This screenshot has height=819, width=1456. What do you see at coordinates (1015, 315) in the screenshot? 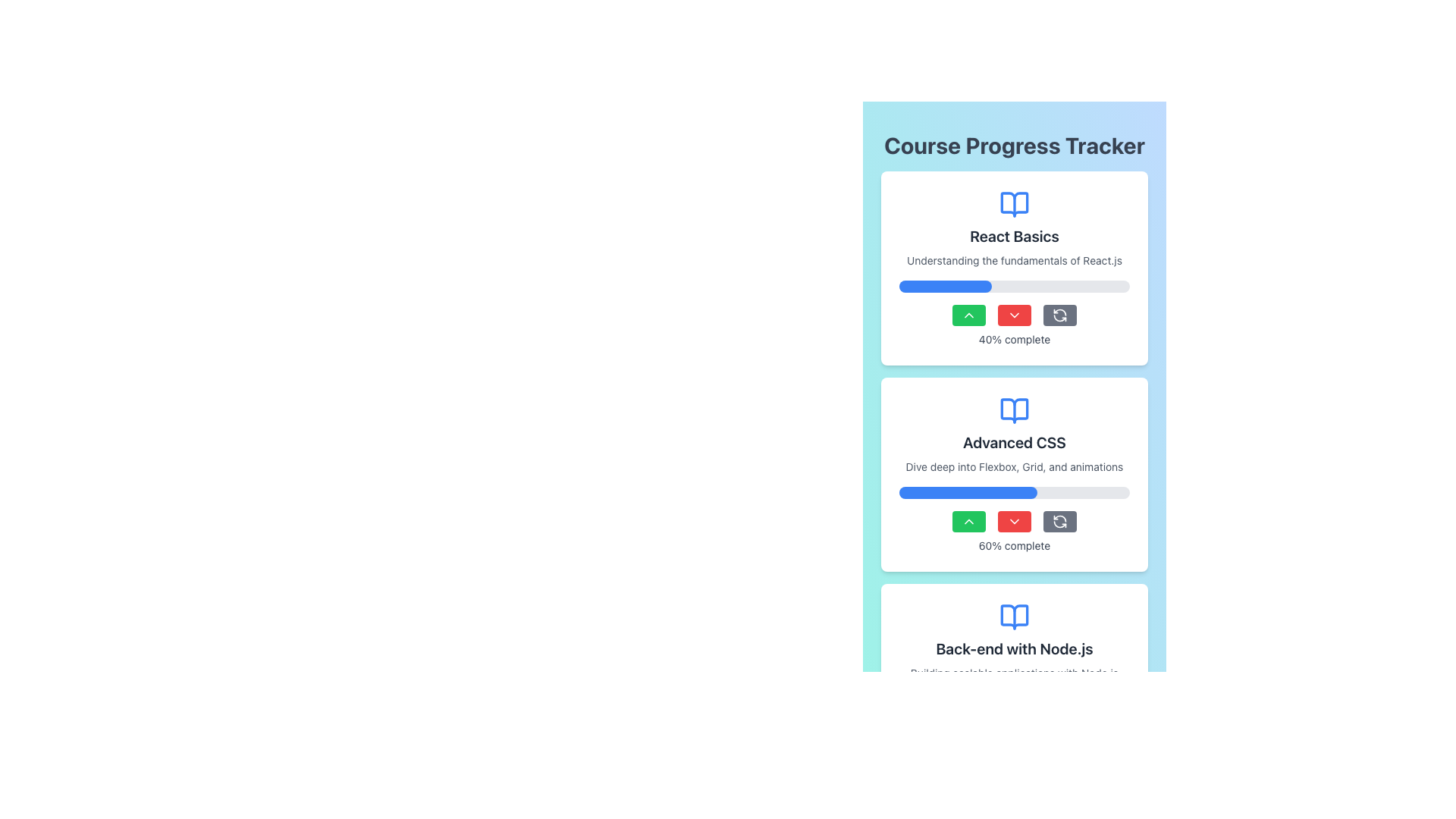
I see `the control panel buttons for 'React Basics' located below the progress bar and '40% complete' text in the 'Course Progress Tracker' interface` at bounding box center [1015, 315].